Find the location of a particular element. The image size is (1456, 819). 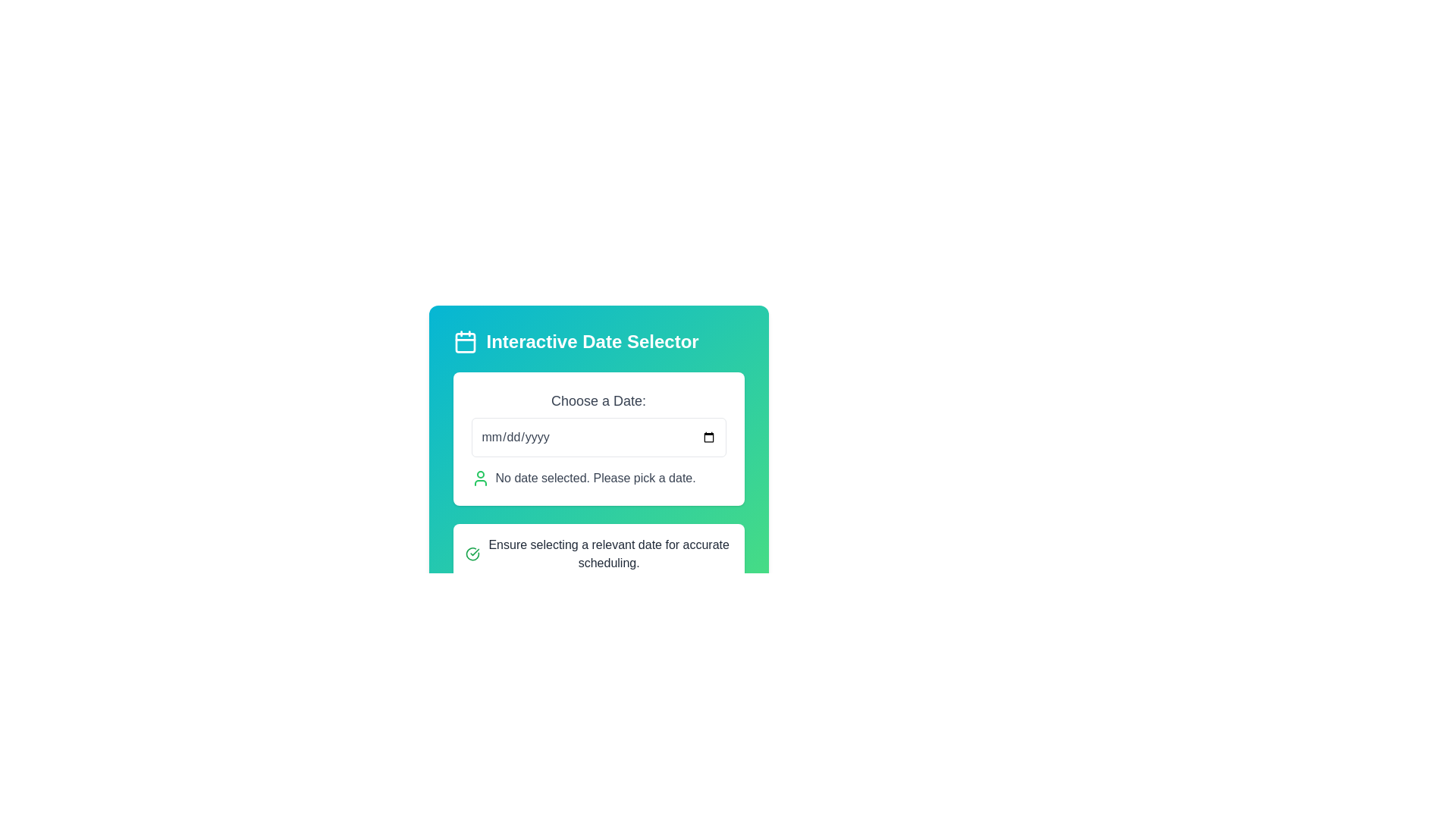

the Date input field located in the 'Interactive Date Selector' modal, below the 'Choose a Date:' text, for manual date entry is located at coordinates (598, 430).